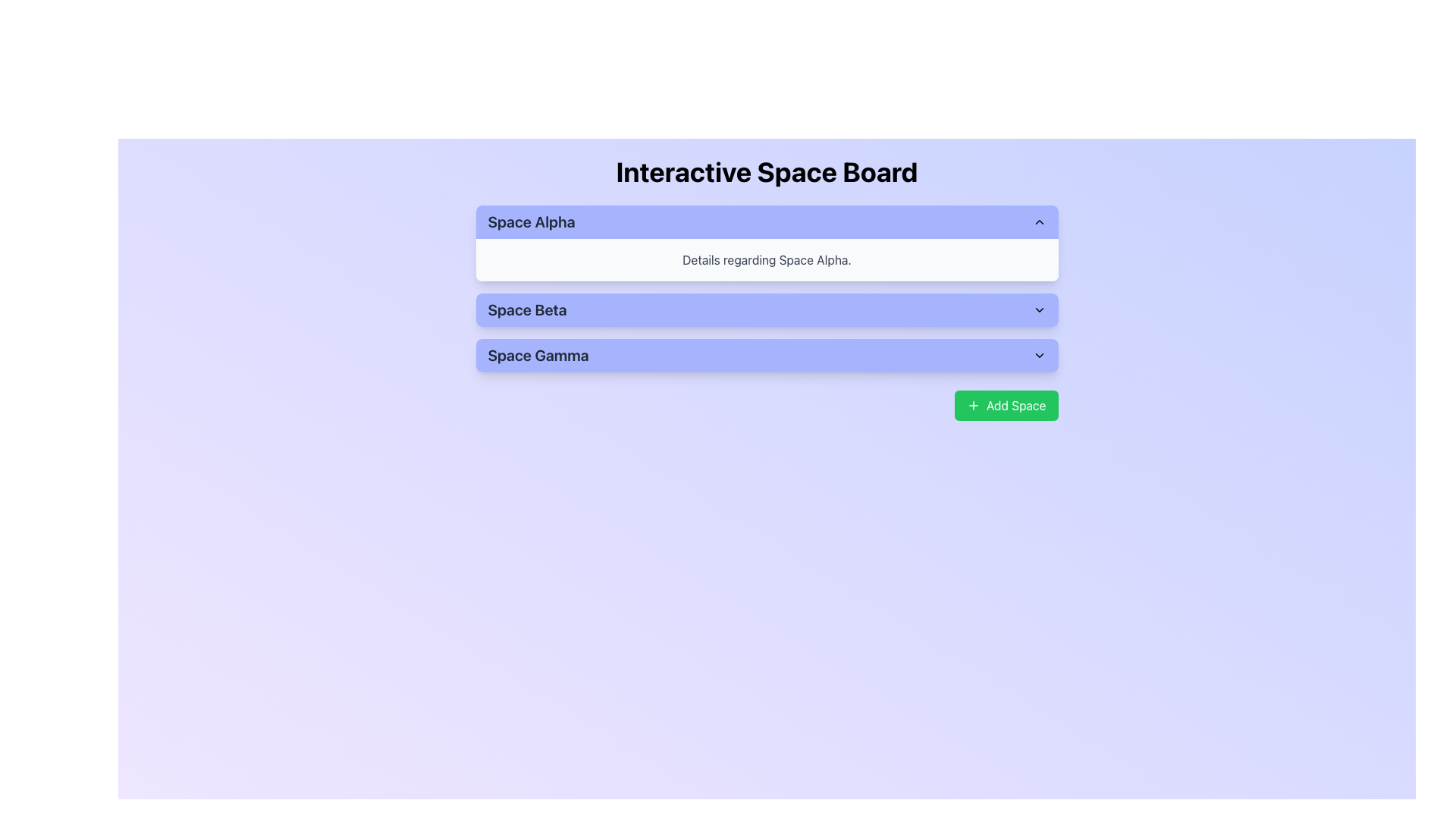  What do you see at coordinates (527, 309) in the screenshot?
I see `the static text label for 'Space Beta', which serves as a title in the vertical list of options` at bounding box center [527, 309].